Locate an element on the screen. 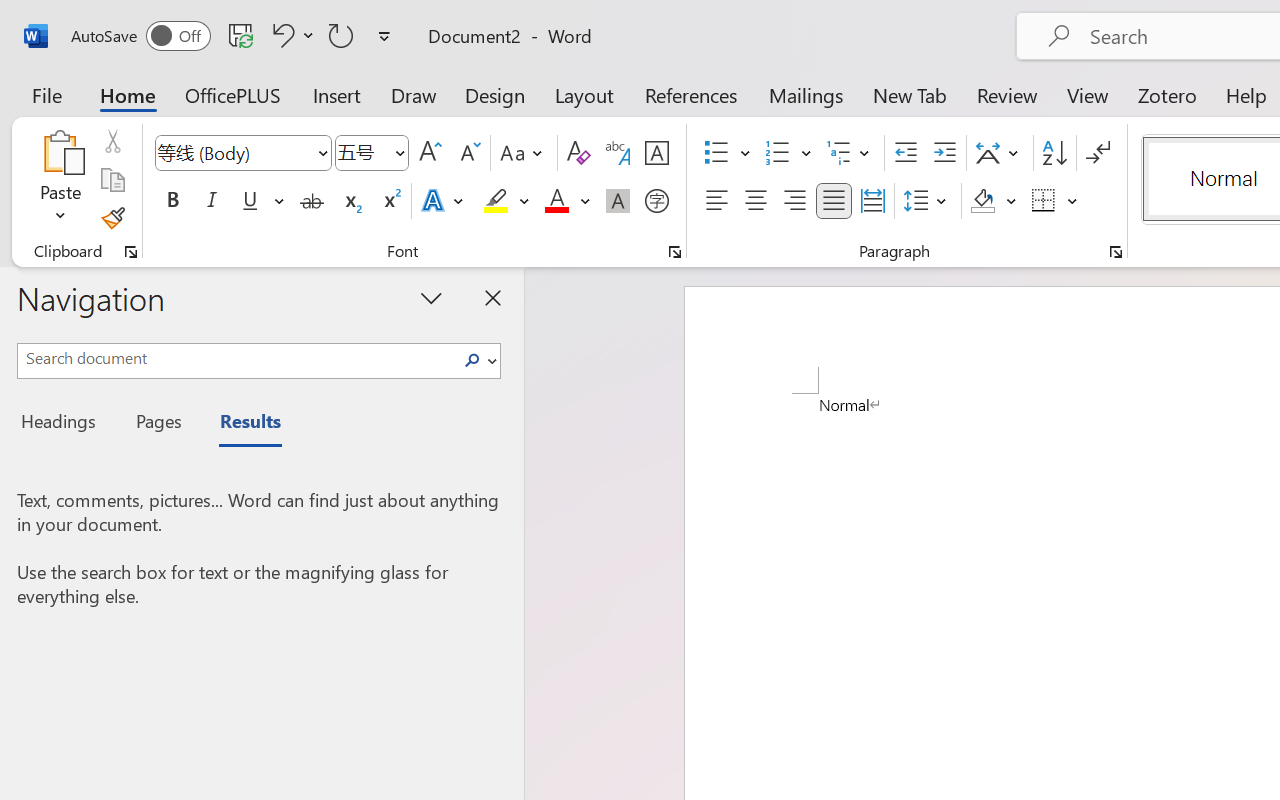 Image resolution: width=1280 pixels, height=800 pixels. 'Increase Indent' is located at coordinates (943, 153).